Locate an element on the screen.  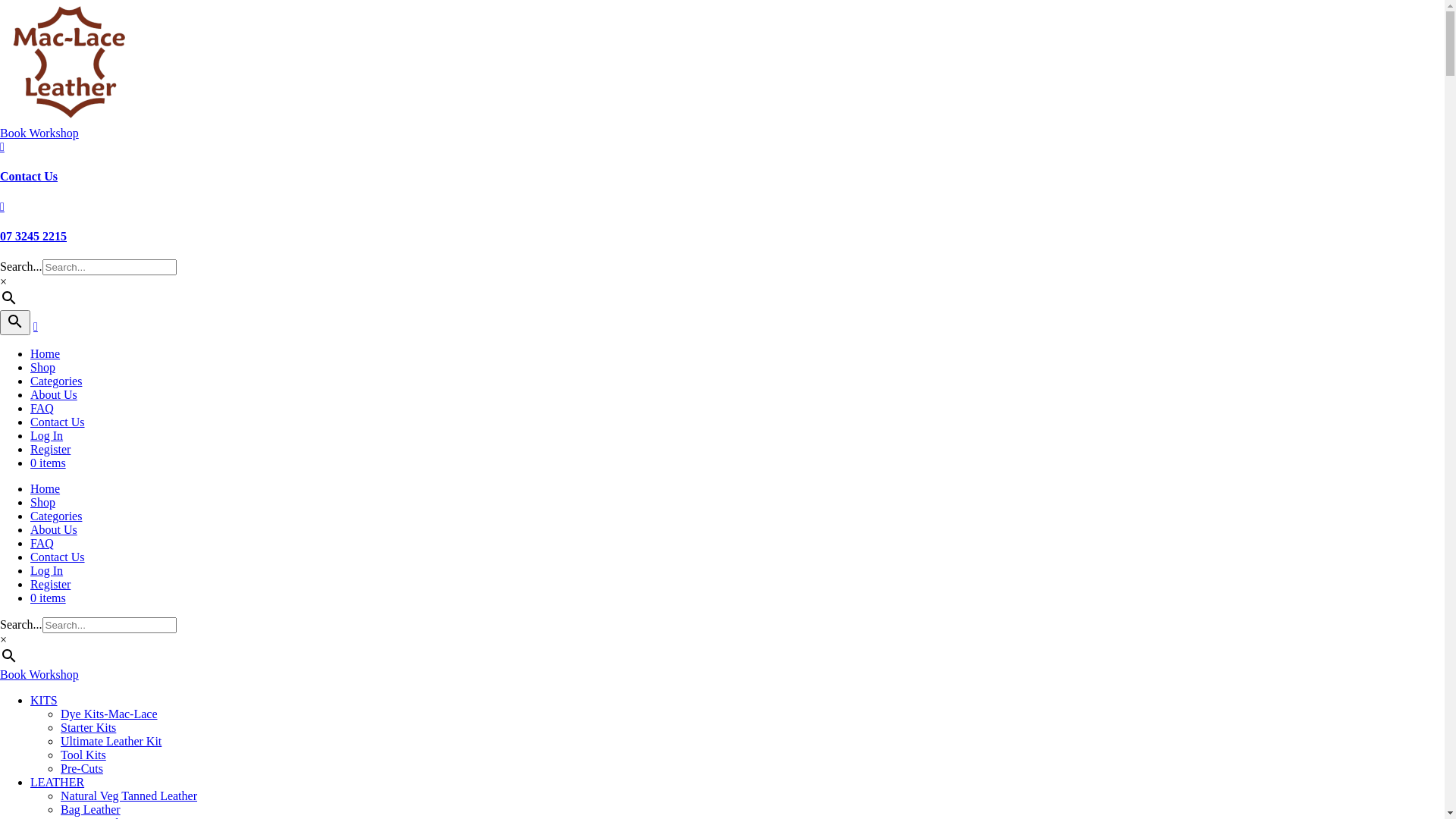
'07 3245 2215' is located at coordinates (33, 236).